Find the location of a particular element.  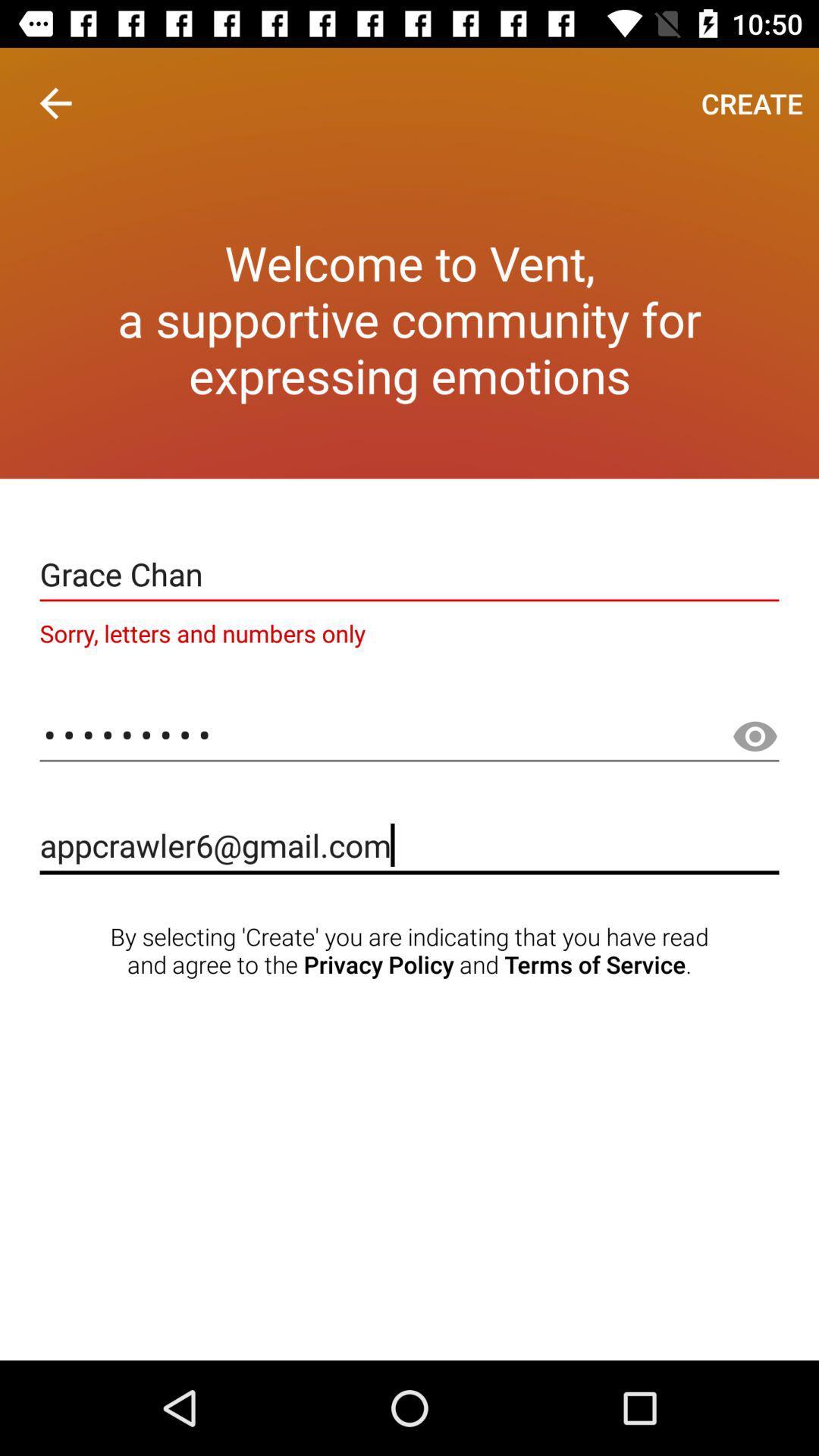

the visibility icon is located at coordinates (755, 737).